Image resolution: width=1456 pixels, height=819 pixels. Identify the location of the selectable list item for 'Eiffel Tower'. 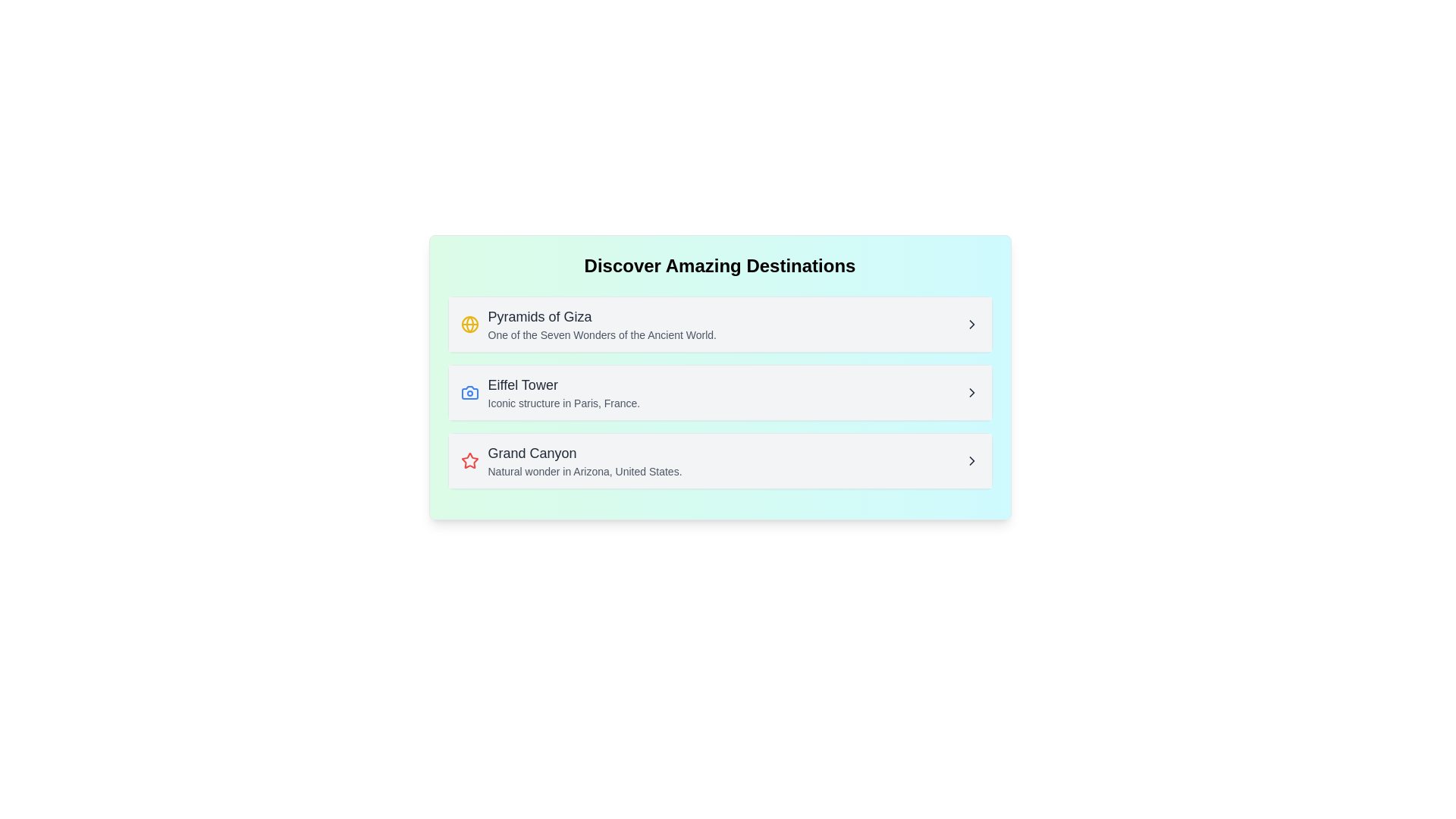
(719, 391).